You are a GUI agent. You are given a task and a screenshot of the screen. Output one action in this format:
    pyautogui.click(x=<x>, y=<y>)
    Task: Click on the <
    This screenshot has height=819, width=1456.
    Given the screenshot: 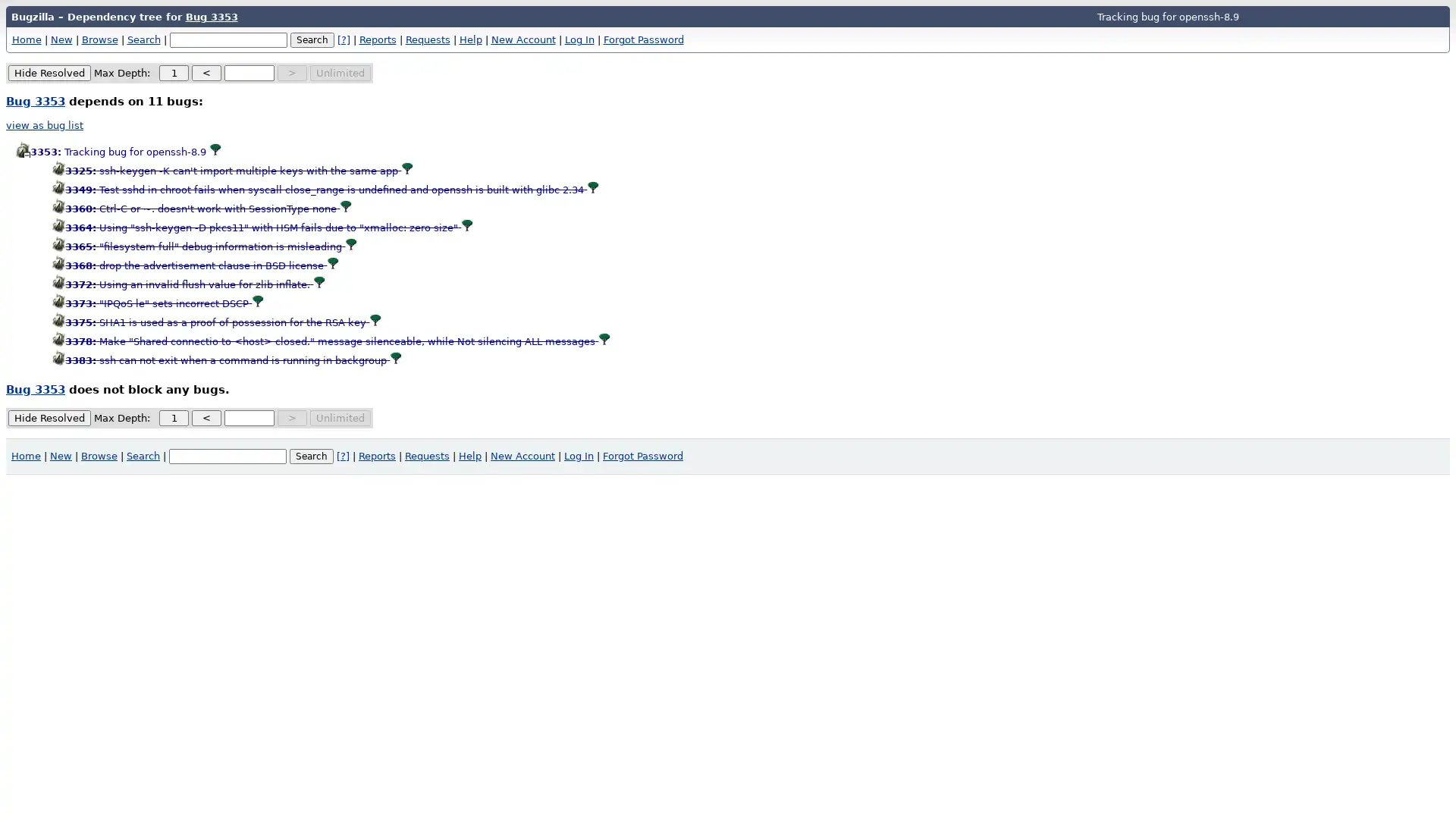 What is the action you would take?
    pyautogui.click(x=206, y=417)
    